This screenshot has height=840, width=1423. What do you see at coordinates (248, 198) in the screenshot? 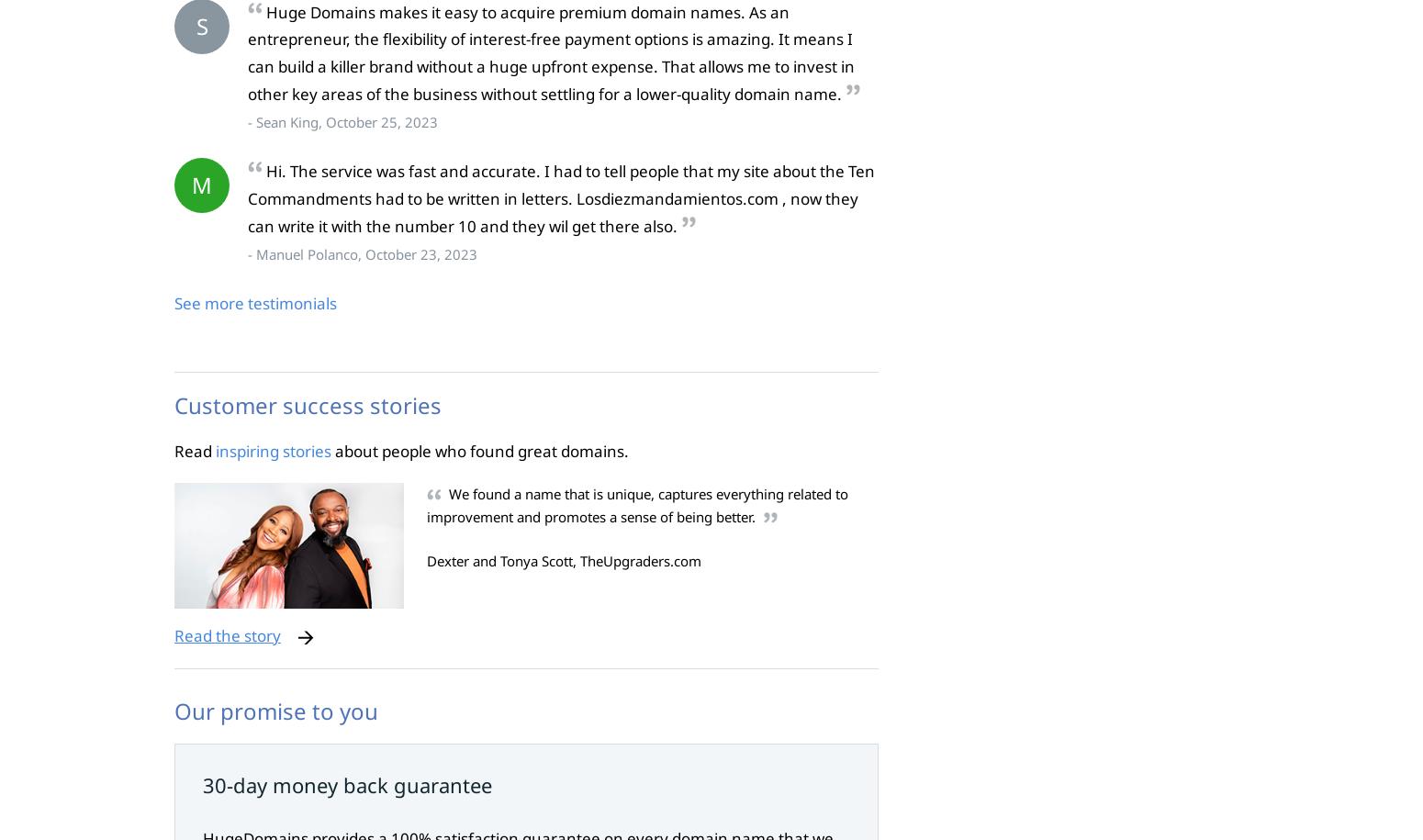
I see `'Hi. The service was fast and accurate.
I had to tell people that my site about the Ten Commandments had to be written in letters. Losdiezmandamientos.com , now they can write it with the number 10 and they wil get there also.'` at bounding box center [248, 198].